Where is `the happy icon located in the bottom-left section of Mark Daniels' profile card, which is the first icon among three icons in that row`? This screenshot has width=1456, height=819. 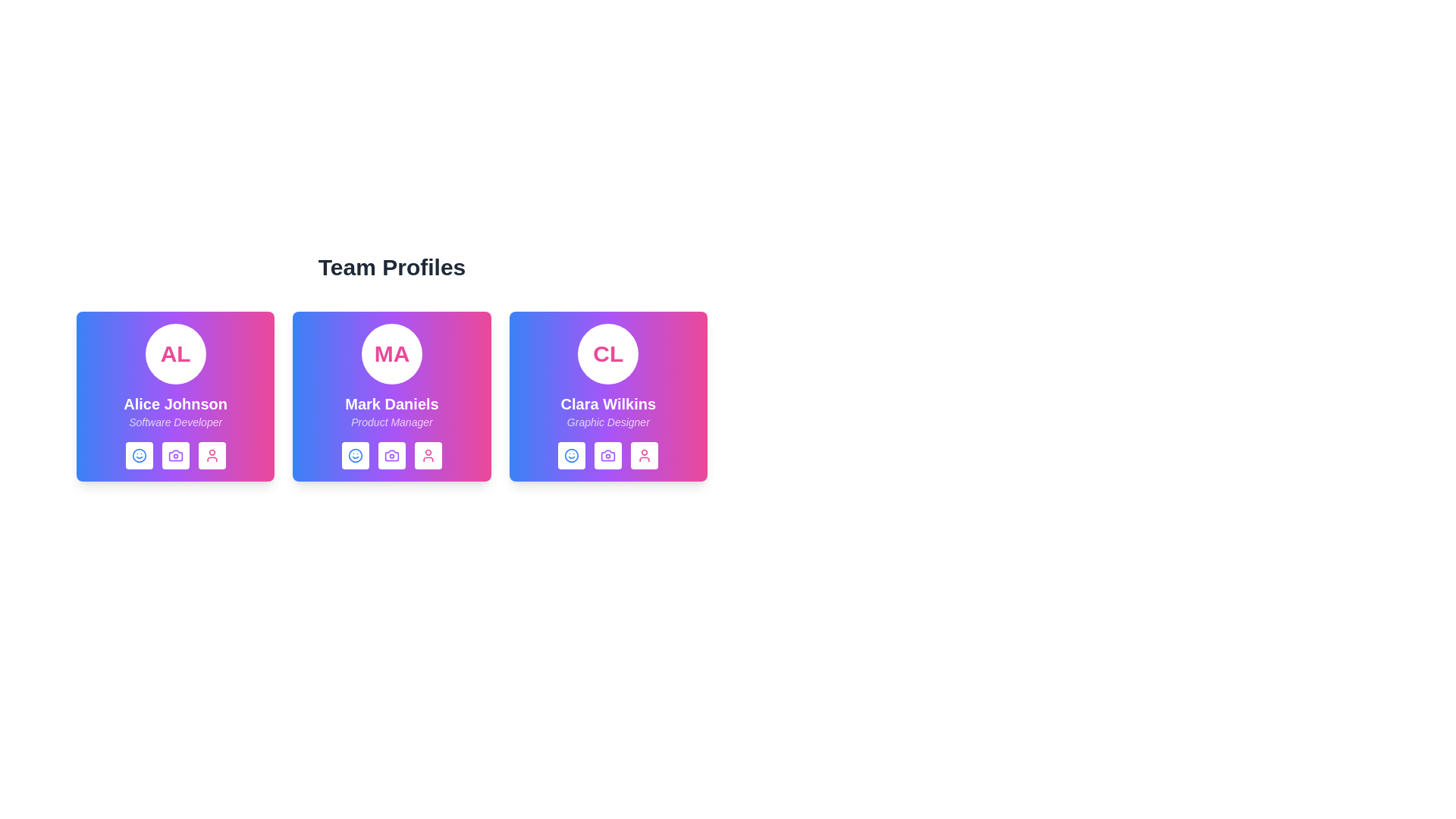
the happy icon located in the bottom-left section of Mark Daniels' profile card, which is the first icon among three icons in that row is located at coordinates (355, 455).